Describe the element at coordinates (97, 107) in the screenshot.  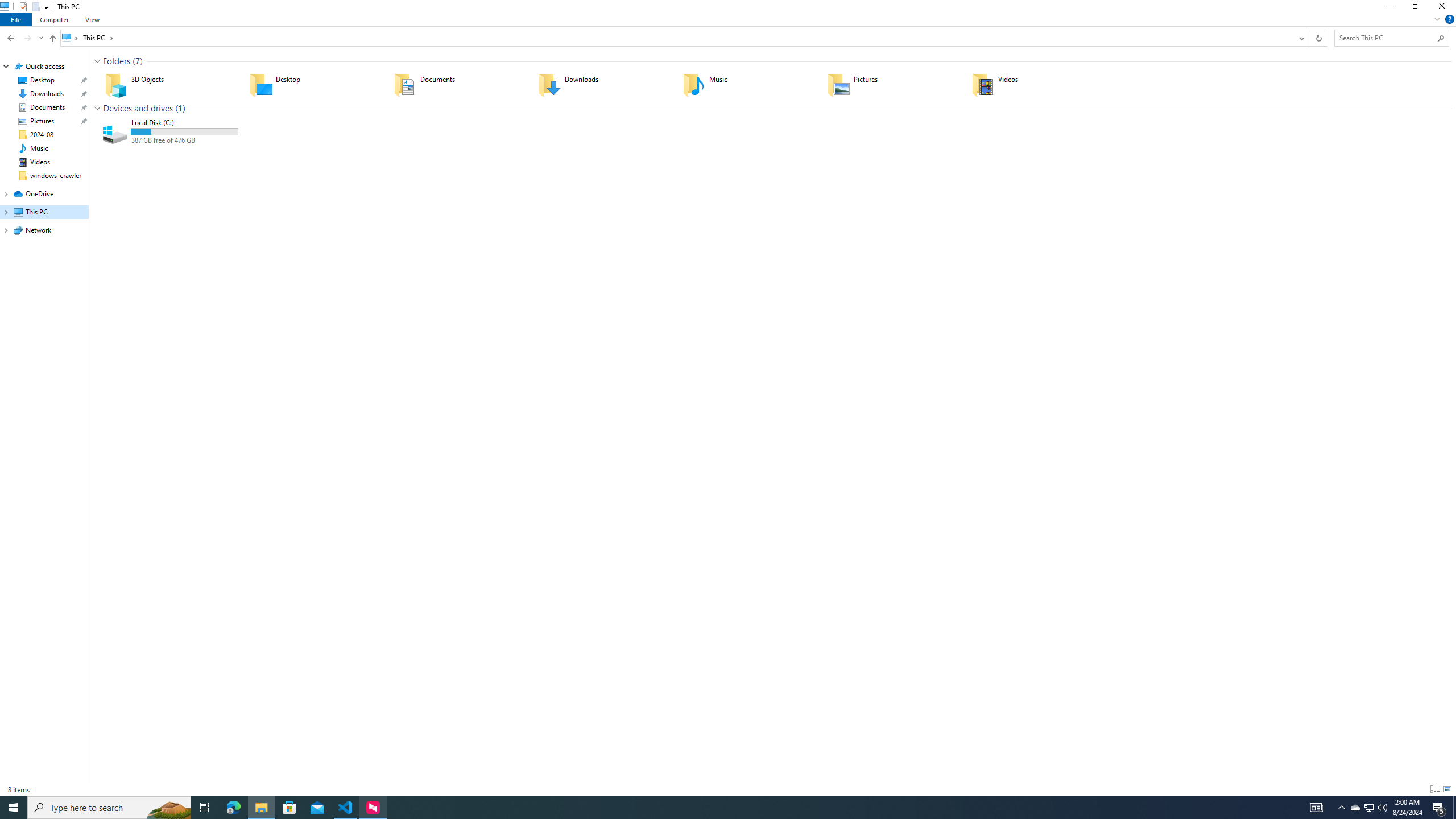
I see `'Collapse Group'` at that location.